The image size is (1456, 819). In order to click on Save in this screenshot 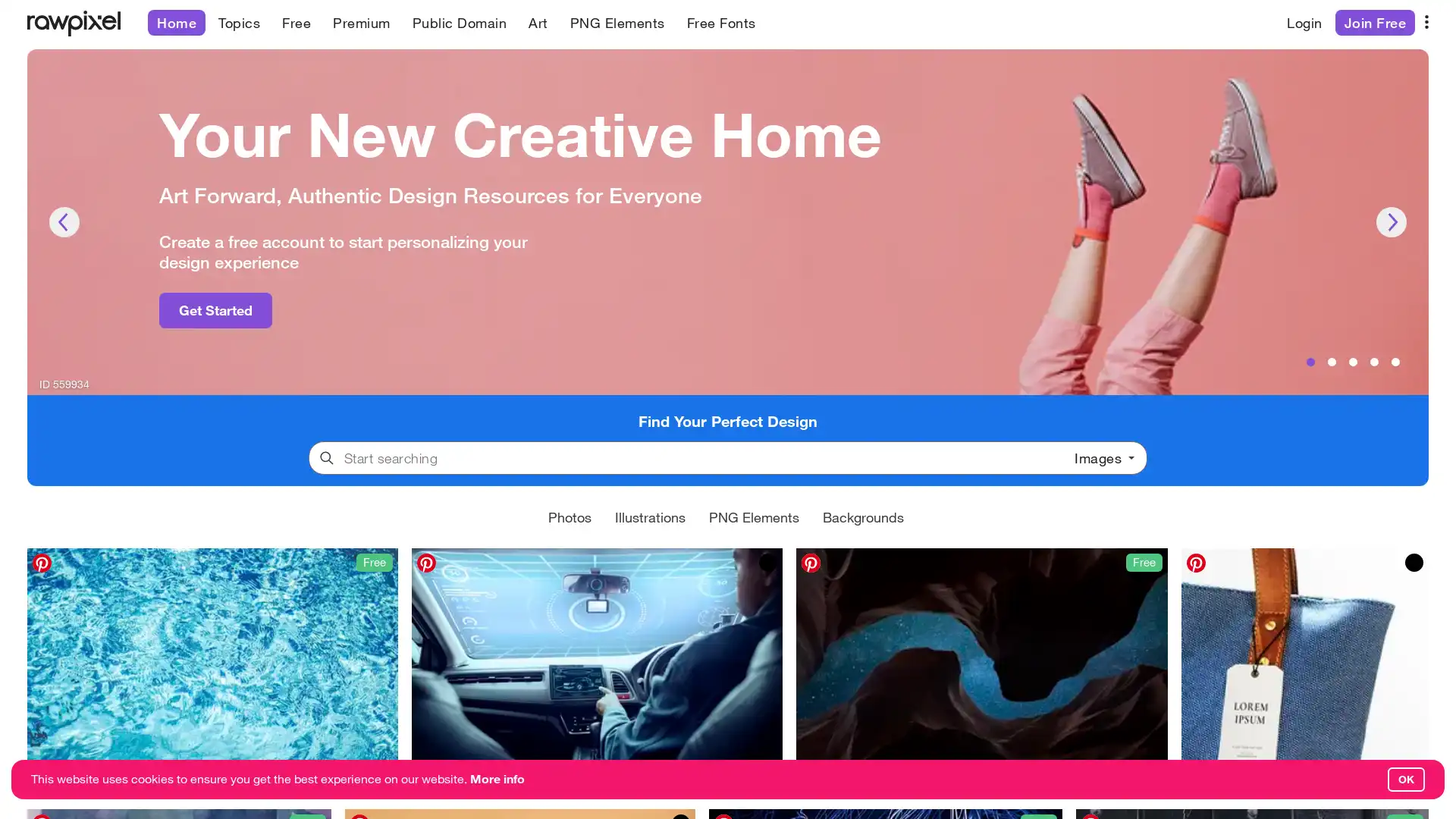, I will do `click(821, 780)`.